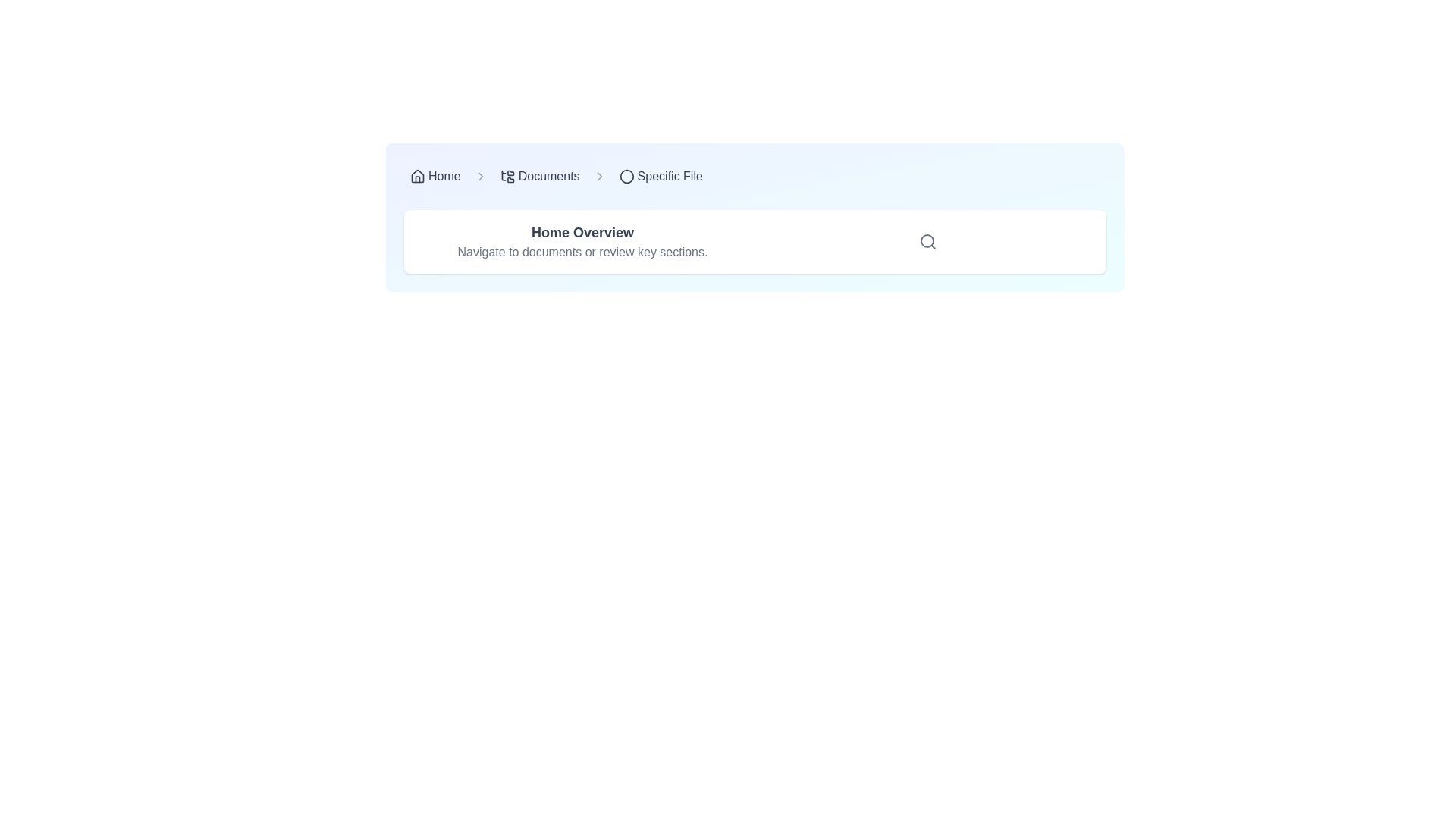 This screenshot has height=819, width=1456. Describe the element at coordinates (927, 241) in the screenshot. I see `the search icon styled with a magnifying glass symbol located in the top-right corner of the 'Home Overview' section card` at that location.